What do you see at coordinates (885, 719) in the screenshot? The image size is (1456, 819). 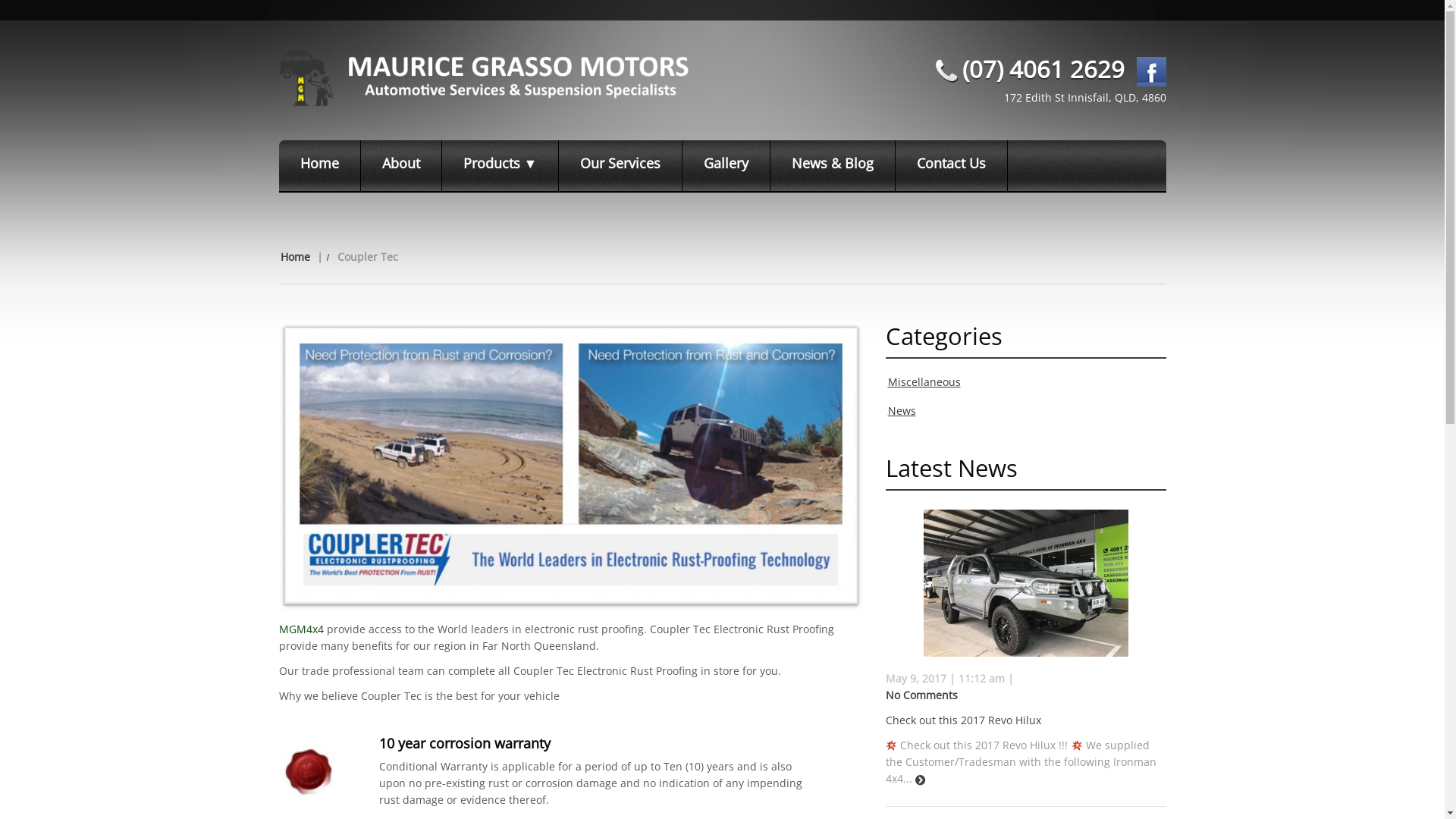 I see `'Check out this 2017 Revo Hilux'` at bounding box center [885, 719].